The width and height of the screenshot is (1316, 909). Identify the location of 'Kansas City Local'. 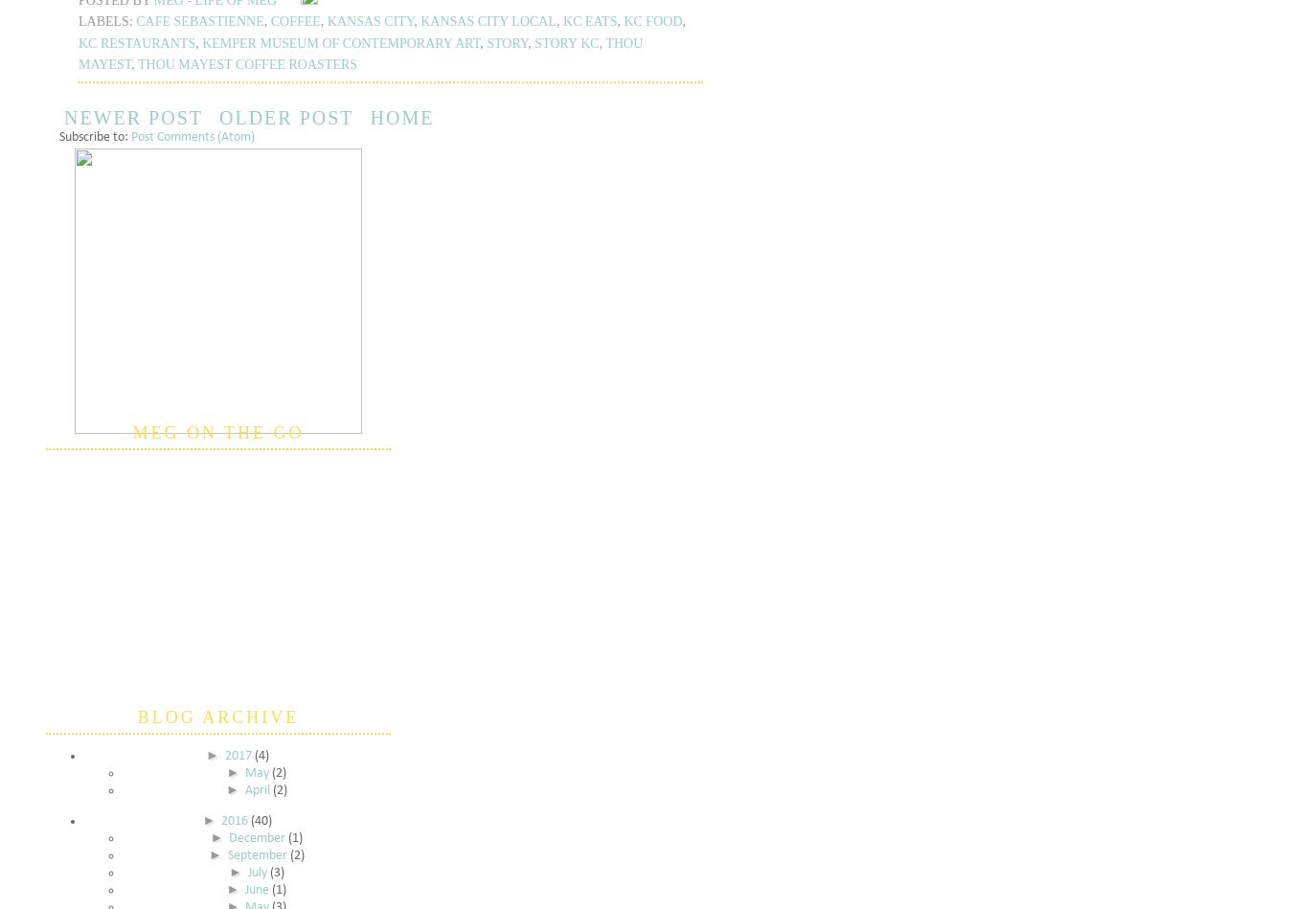
(488, 21).